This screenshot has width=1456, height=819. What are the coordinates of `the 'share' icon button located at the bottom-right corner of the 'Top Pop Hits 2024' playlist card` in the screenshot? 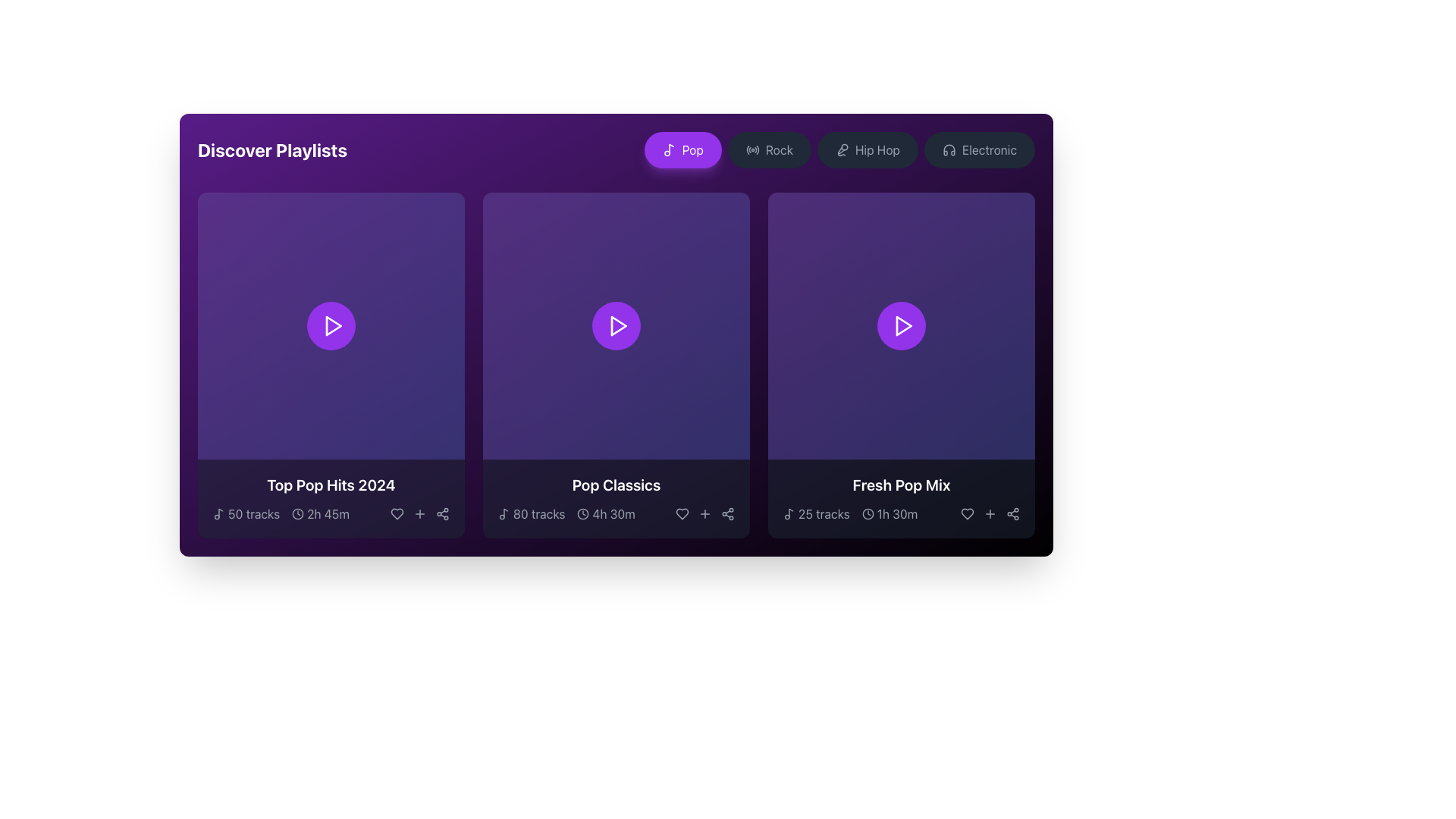 It's located at (442, 513).